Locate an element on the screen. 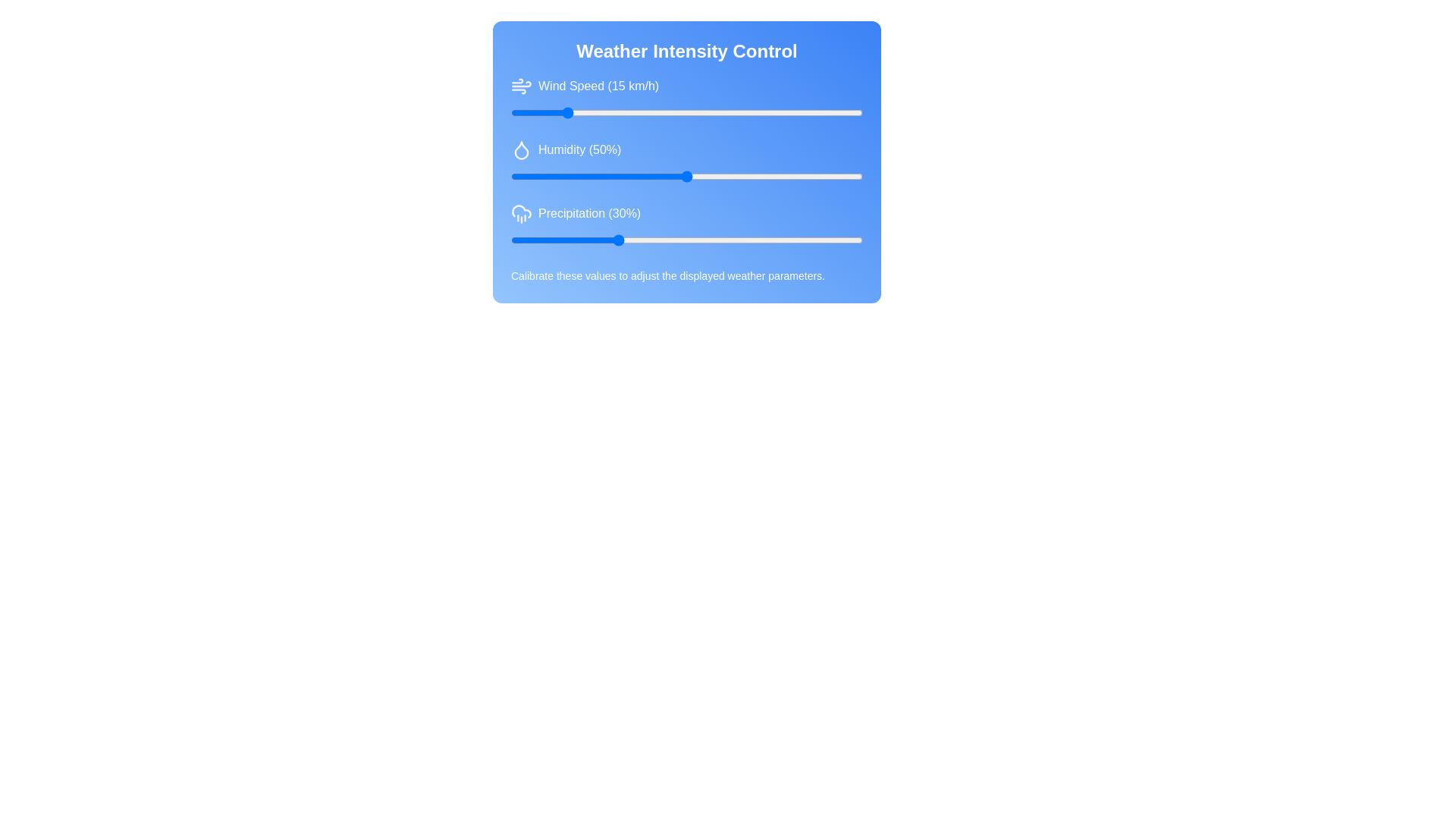 The height and width of the screenshot is (819, 1456). precipitation intensity is located at coordinates (637, 239).